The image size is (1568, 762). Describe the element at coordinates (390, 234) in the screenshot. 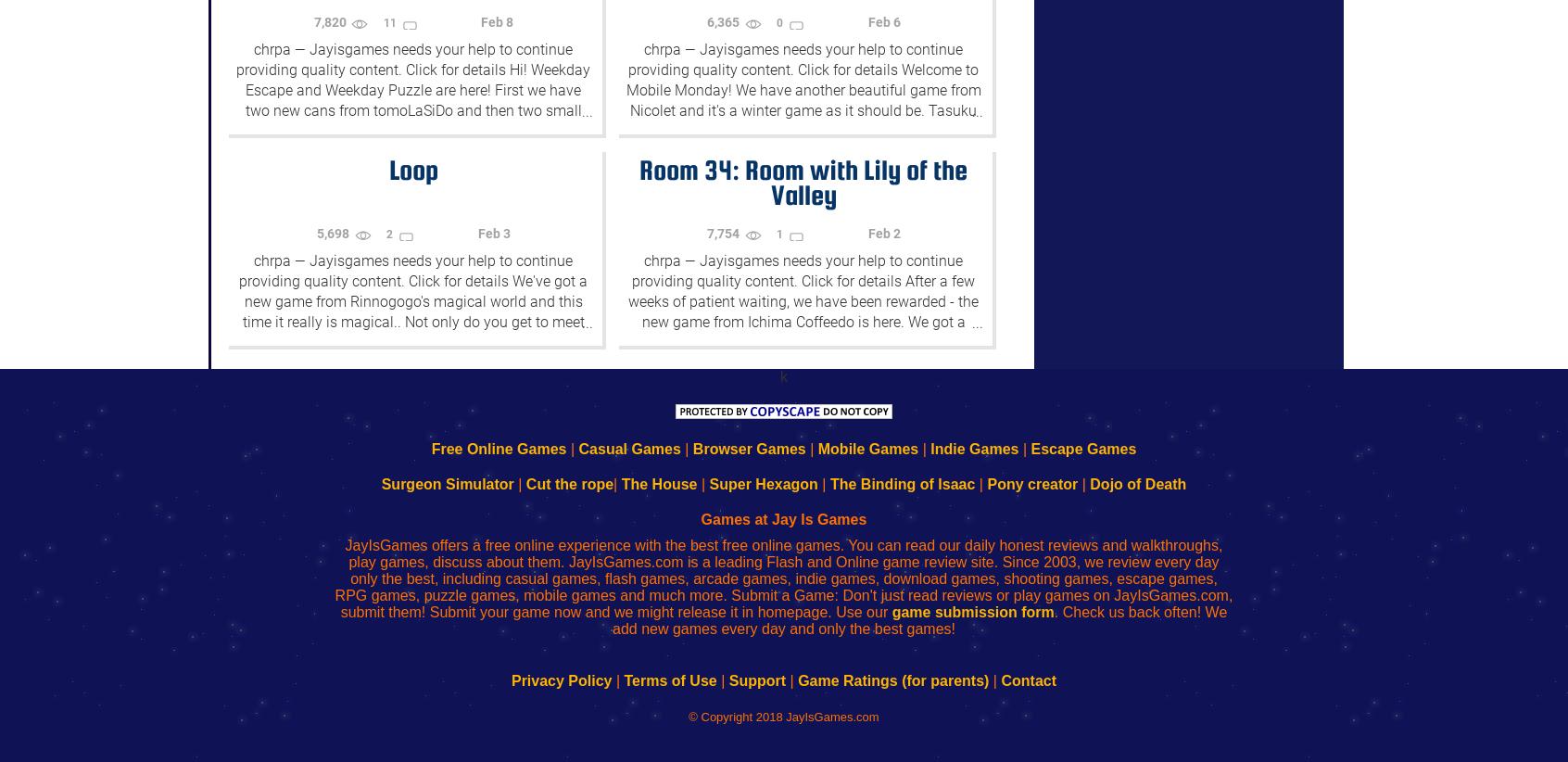

I see `'2'` at that location.